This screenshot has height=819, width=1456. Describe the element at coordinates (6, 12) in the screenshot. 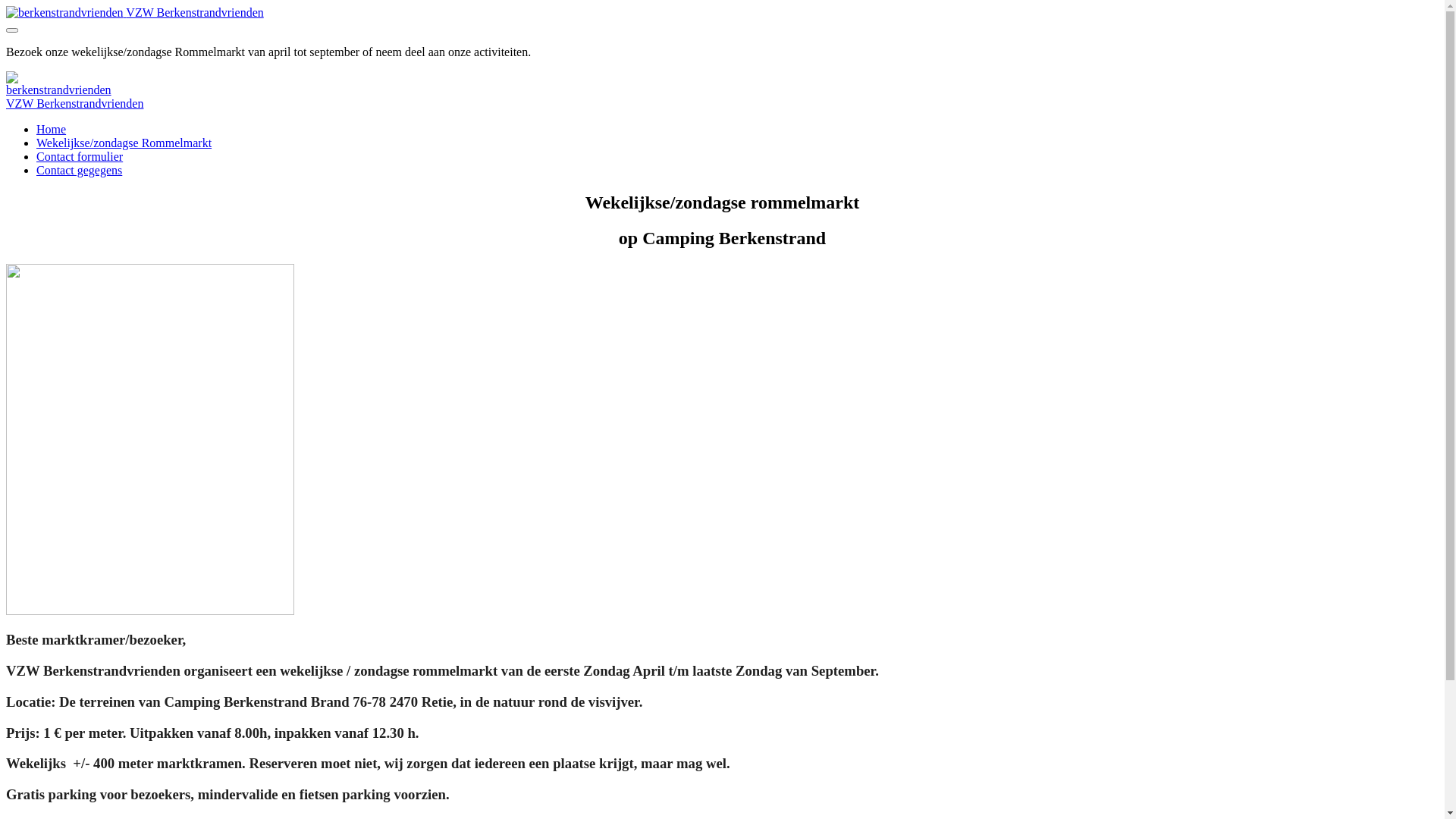

I see `'VZW Berkenstrandvrienden'` at that location.